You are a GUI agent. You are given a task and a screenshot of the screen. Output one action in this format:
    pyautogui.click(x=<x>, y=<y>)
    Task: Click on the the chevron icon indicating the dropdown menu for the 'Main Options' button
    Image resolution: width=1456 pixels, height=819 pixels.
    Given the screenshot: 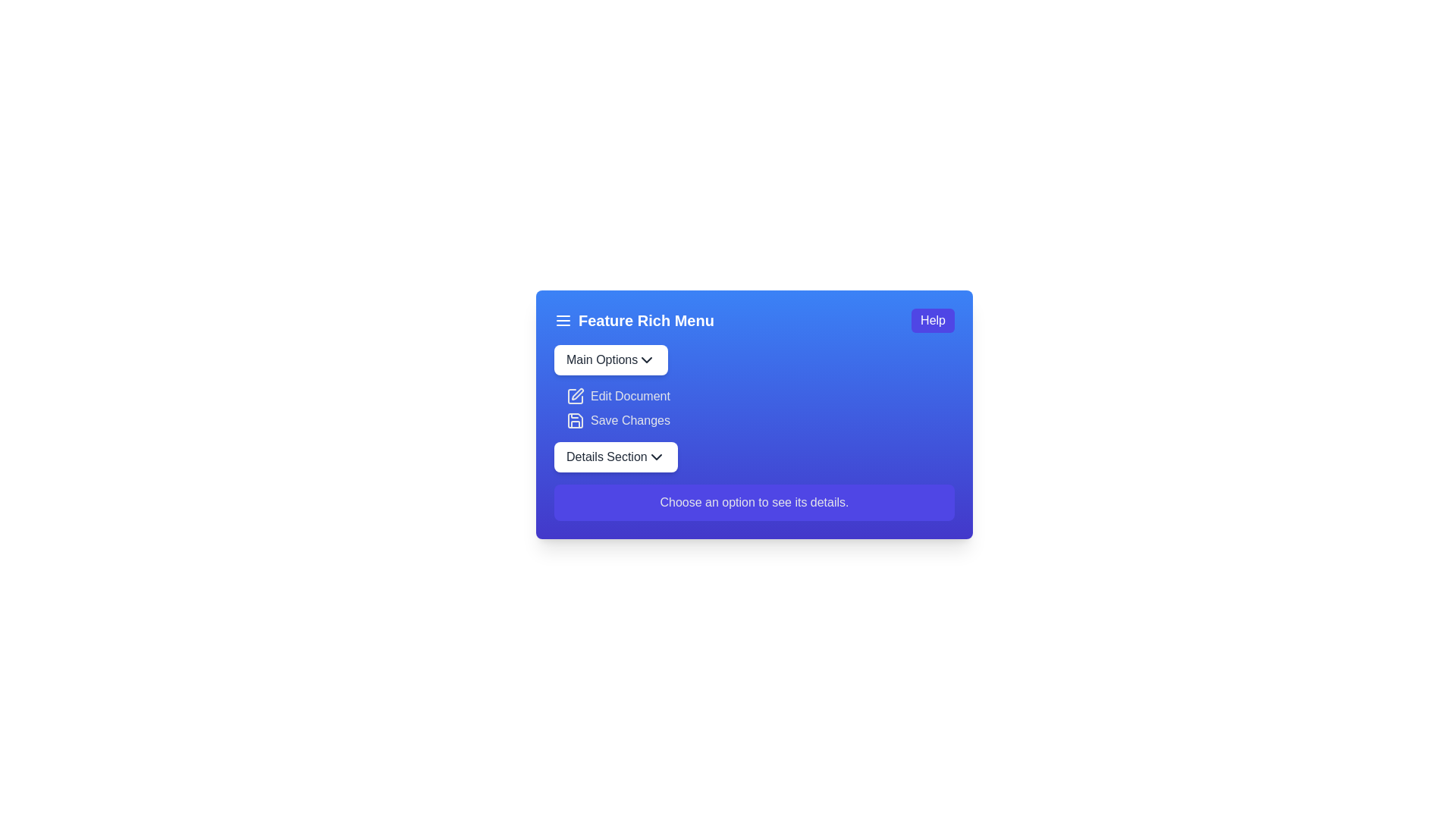 What is the action you would take?
    pyautogui.click(x=647, y=359)
    